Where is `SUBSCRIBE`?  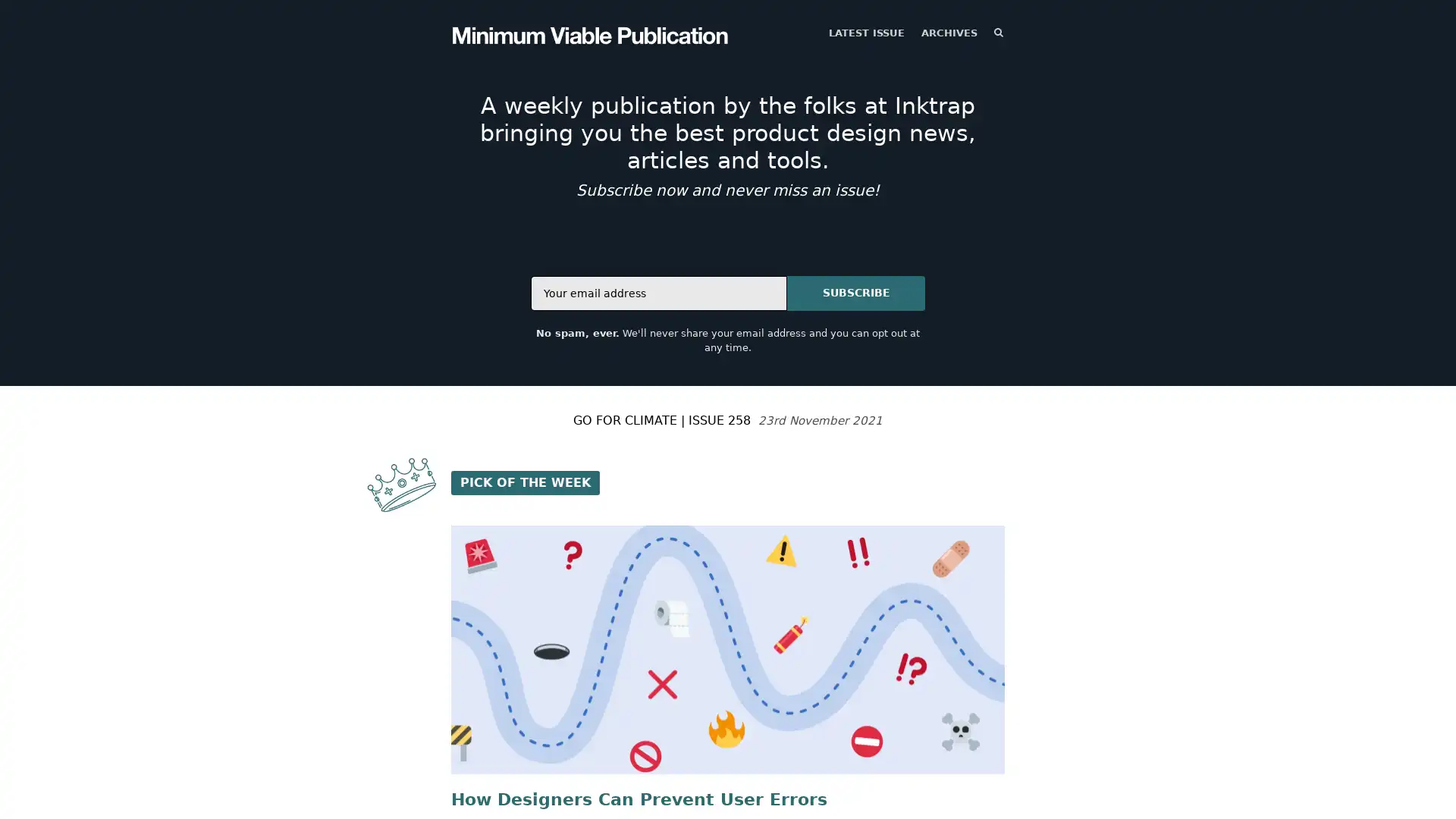
SUBSCRIBE is located at coordinates (855, 292).